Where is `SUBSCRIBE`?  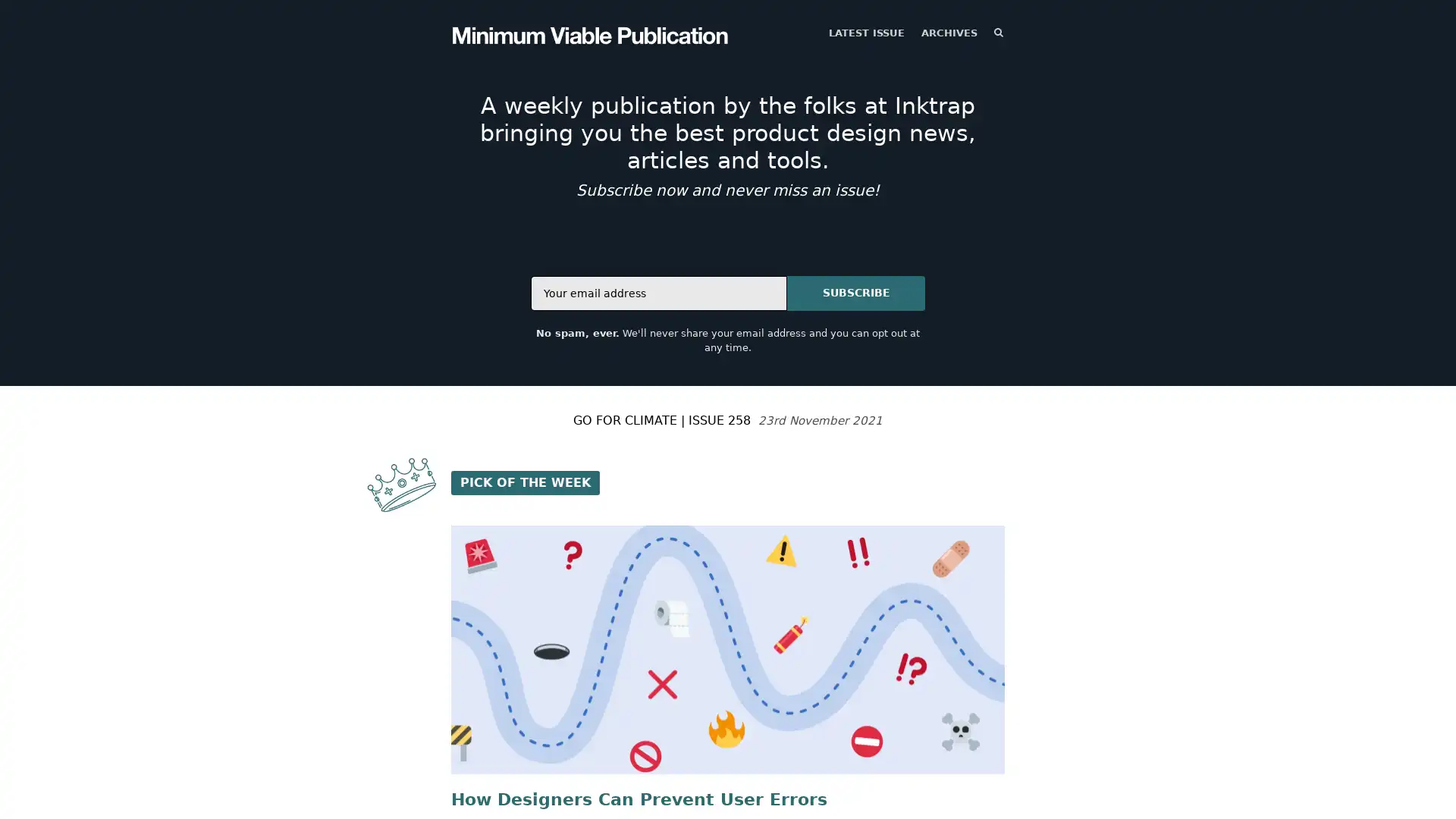
SUBSCRIBE is located at coordinates (855, 292).